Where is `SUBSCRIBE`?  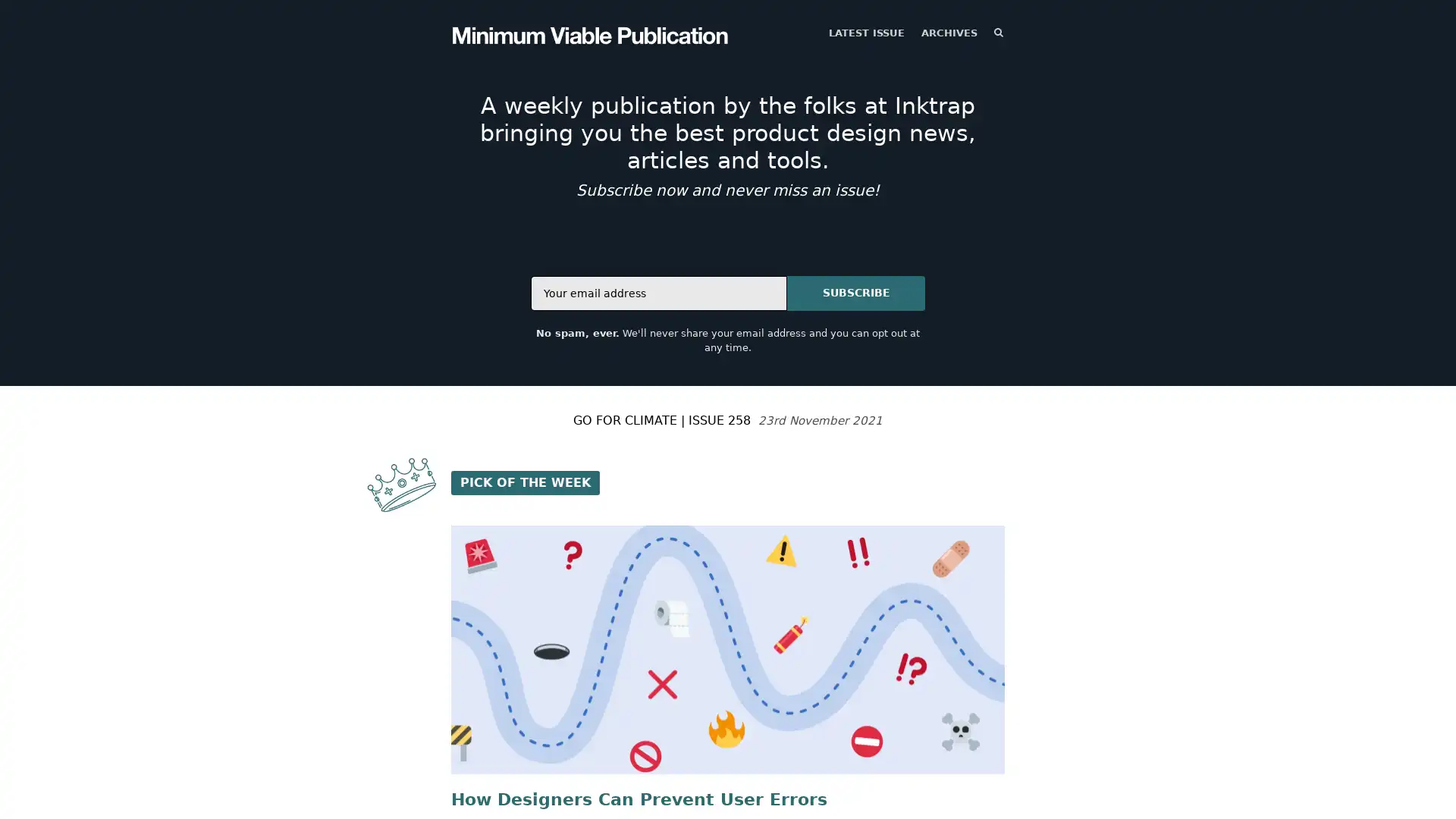
SUBSCRIBE is located at coordinates (855, 292).